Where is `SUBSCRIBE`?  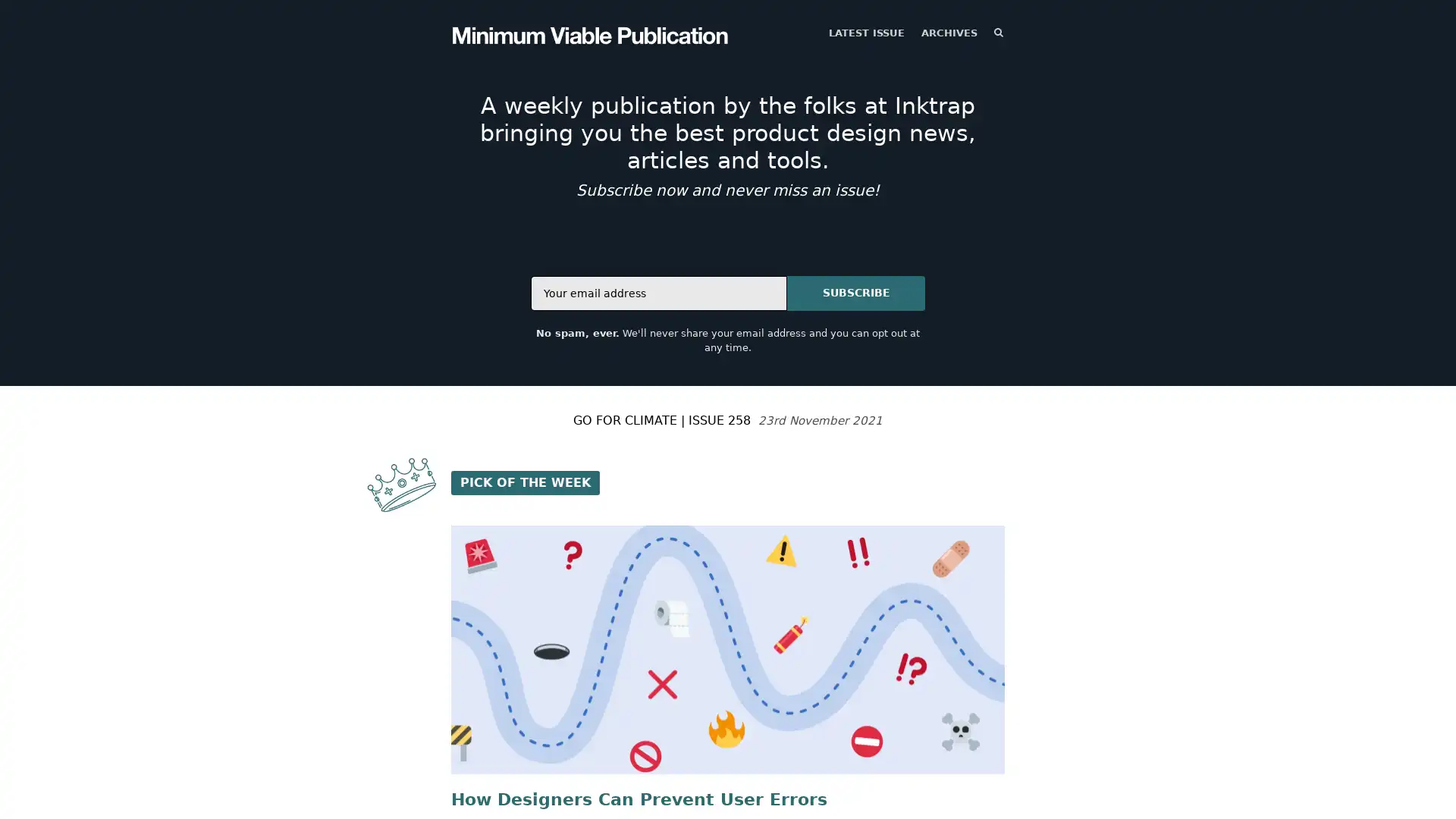
SUBSCRIBE is located at coordinates (855, 292).